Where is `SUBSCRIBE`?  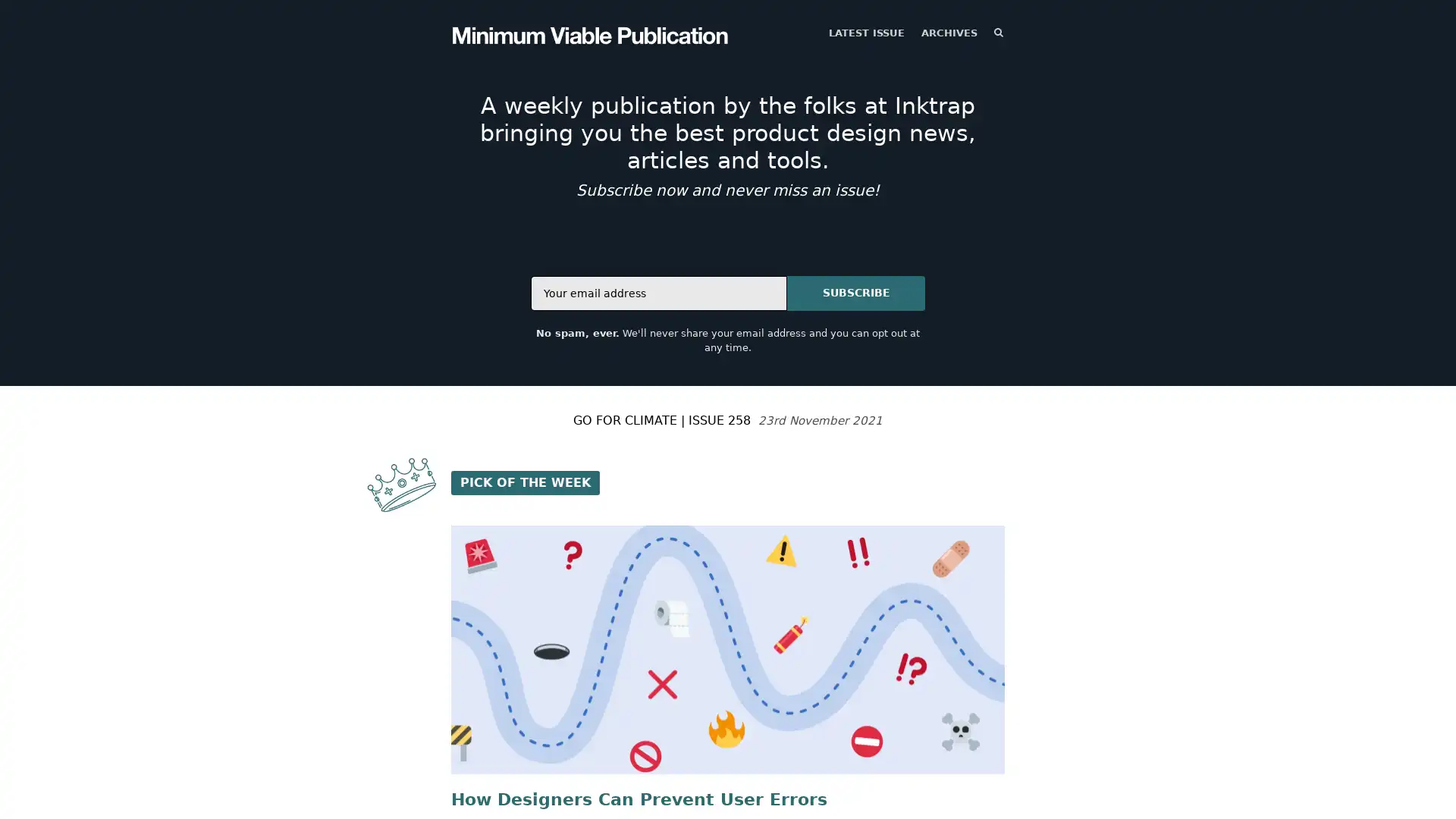
SUBSCRIBE is located at coordinates (855, 292).